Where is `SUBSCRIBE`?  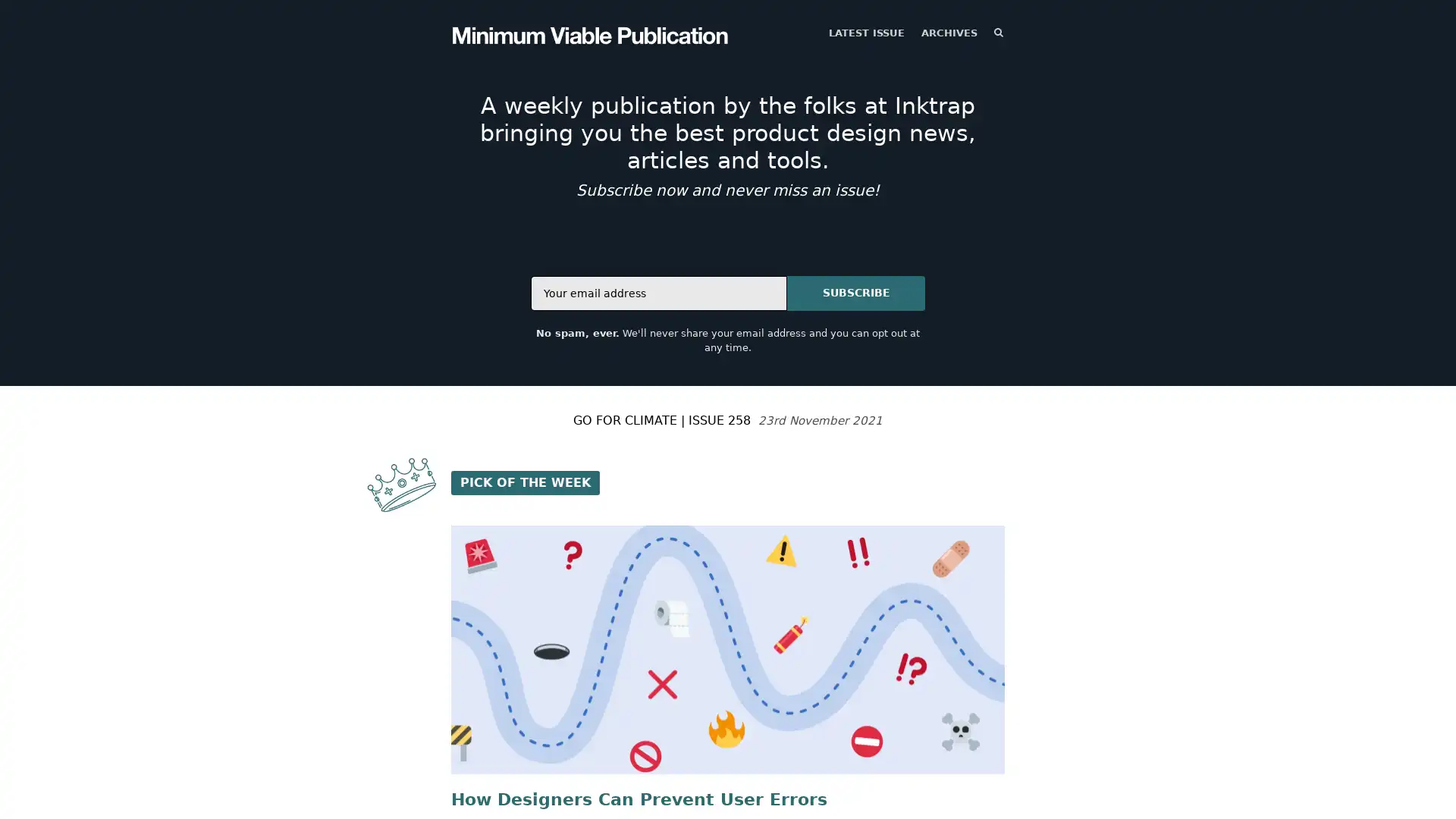
SUBSCRIBE is located at coordinates (855, 292).